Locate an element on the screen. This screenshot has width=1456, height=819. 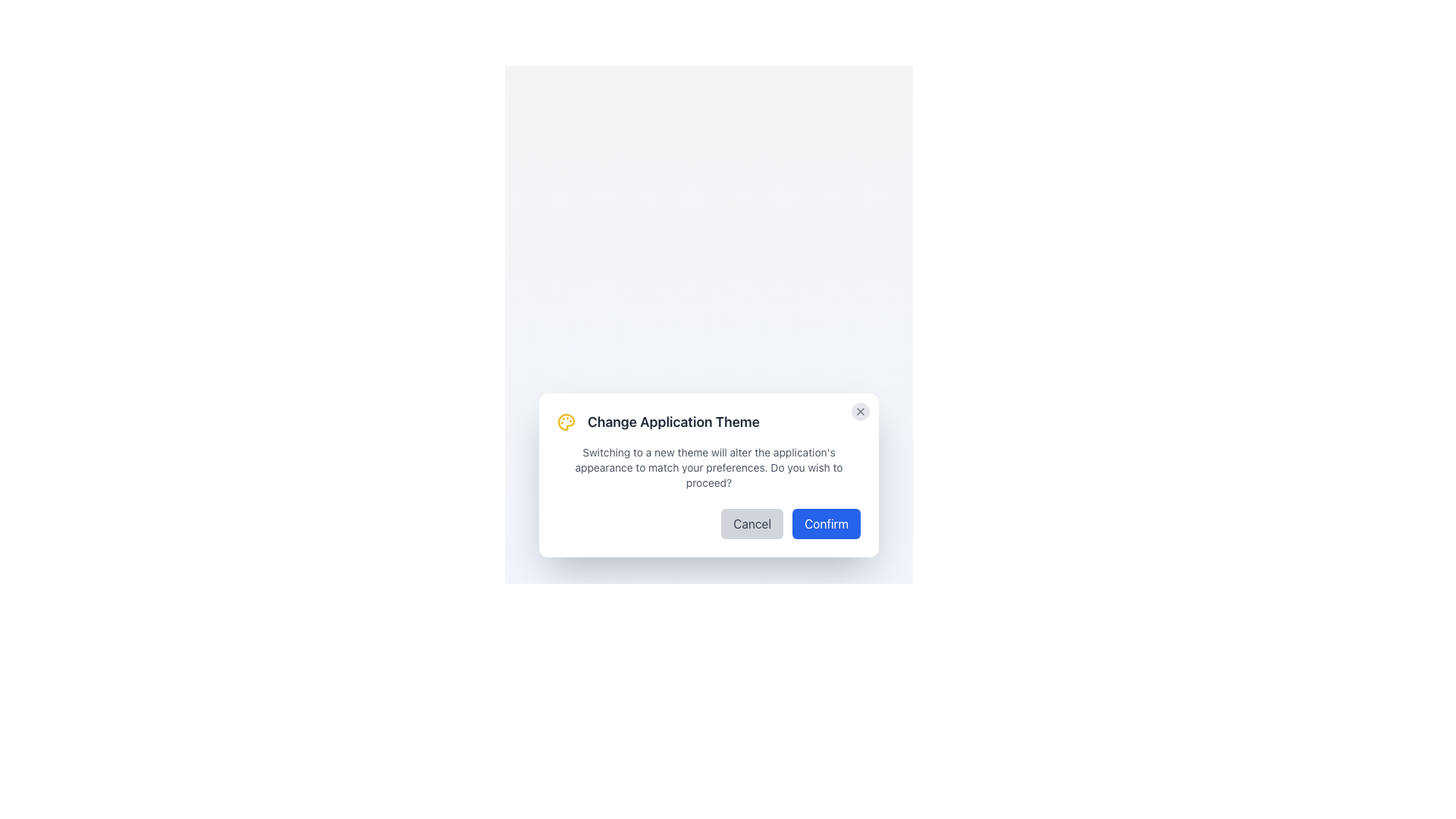
the 'Cancel' button in the button group located at the bottom of the 'Change Application Theme' modal to abort the operation is located at coordinates (708, 522).